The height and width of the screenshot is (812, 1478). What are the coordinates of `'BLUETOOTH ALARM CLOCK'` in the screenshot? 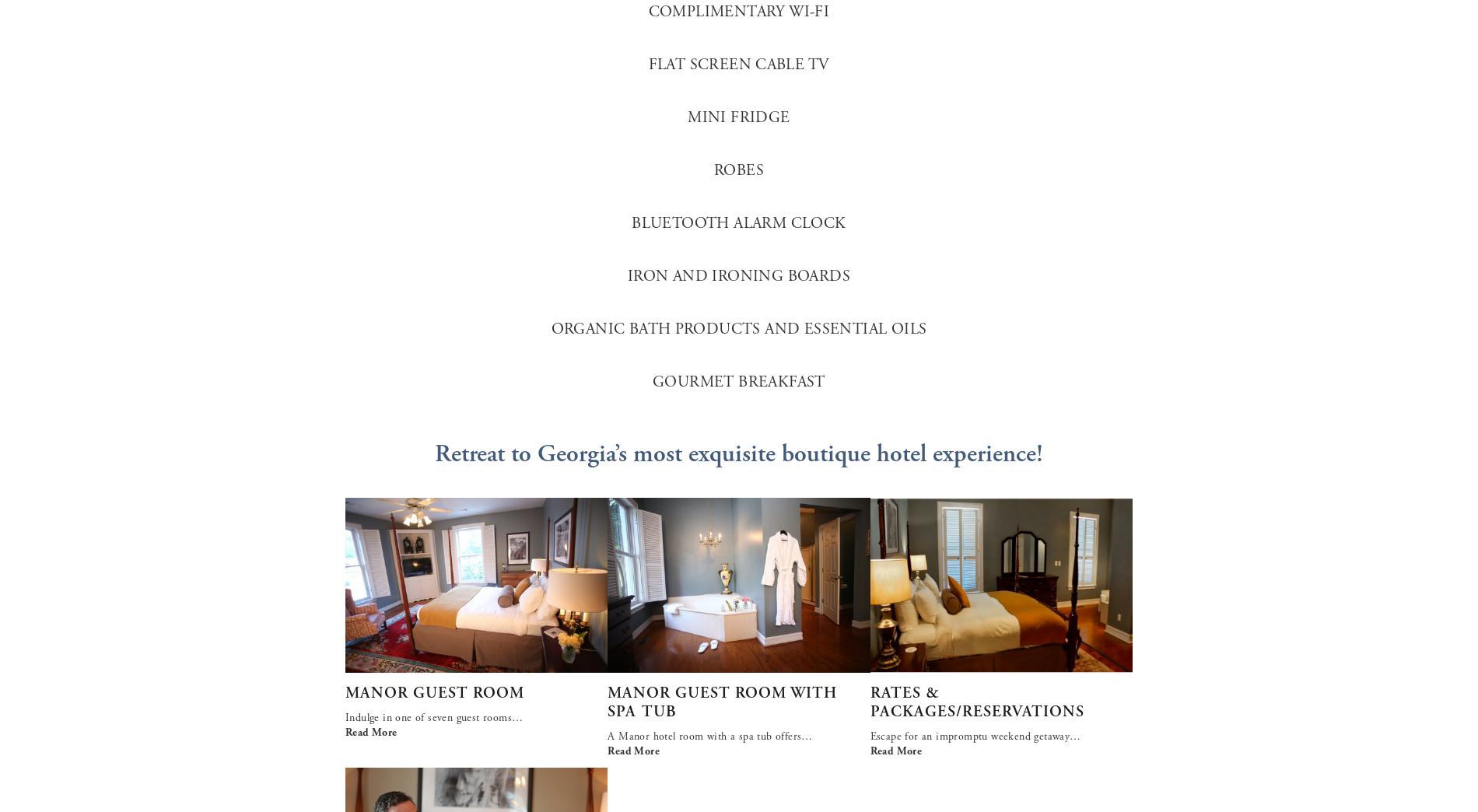 It's located at (737, 222).